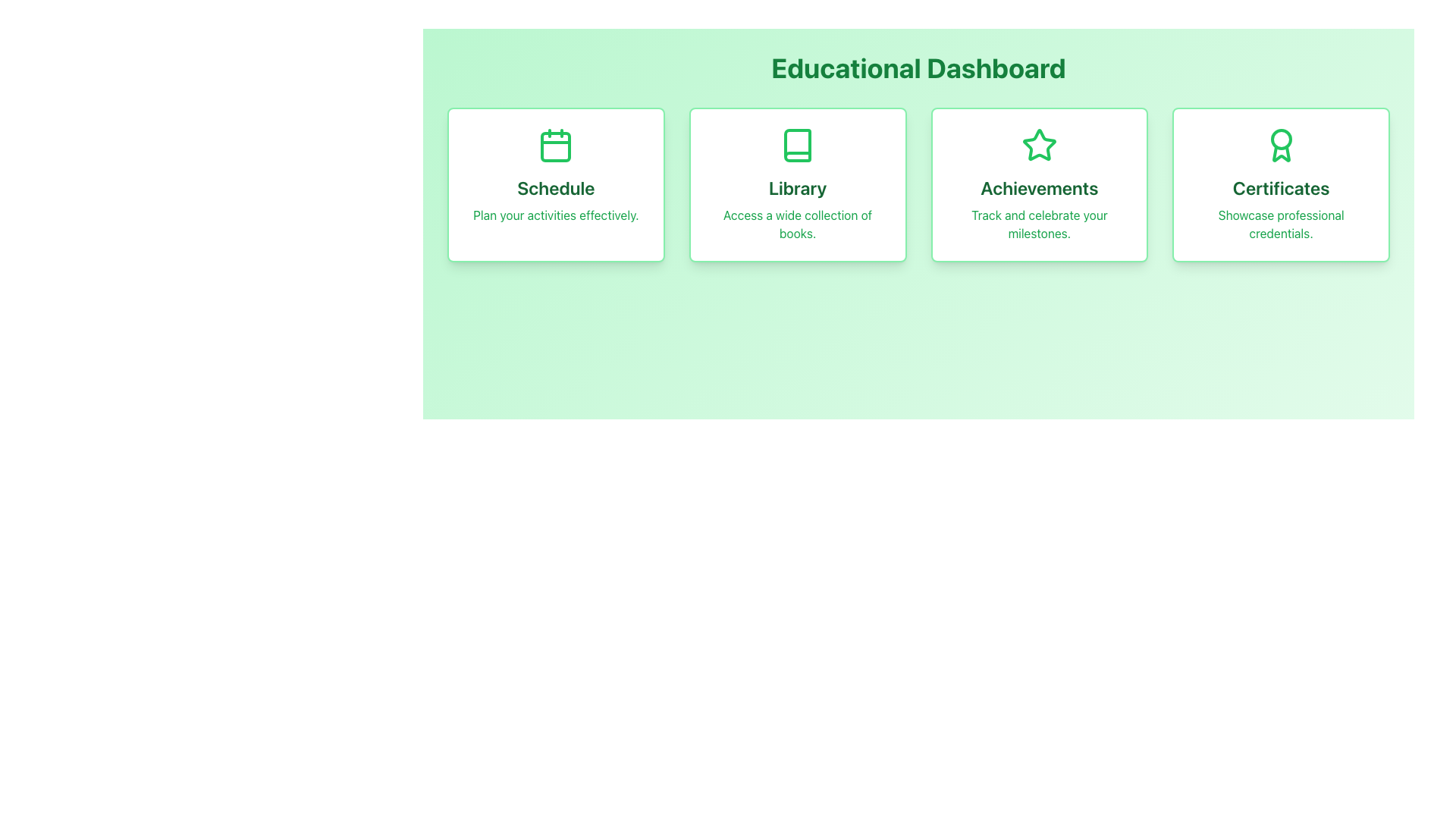 The image size is (1456, 819). What do you see at coordinates (1280, 146) in the screenshot?
I see `the certificate icon located at the top of the 'Certificates' card, which represents professional credentials` at bounding box center [1280, 146].